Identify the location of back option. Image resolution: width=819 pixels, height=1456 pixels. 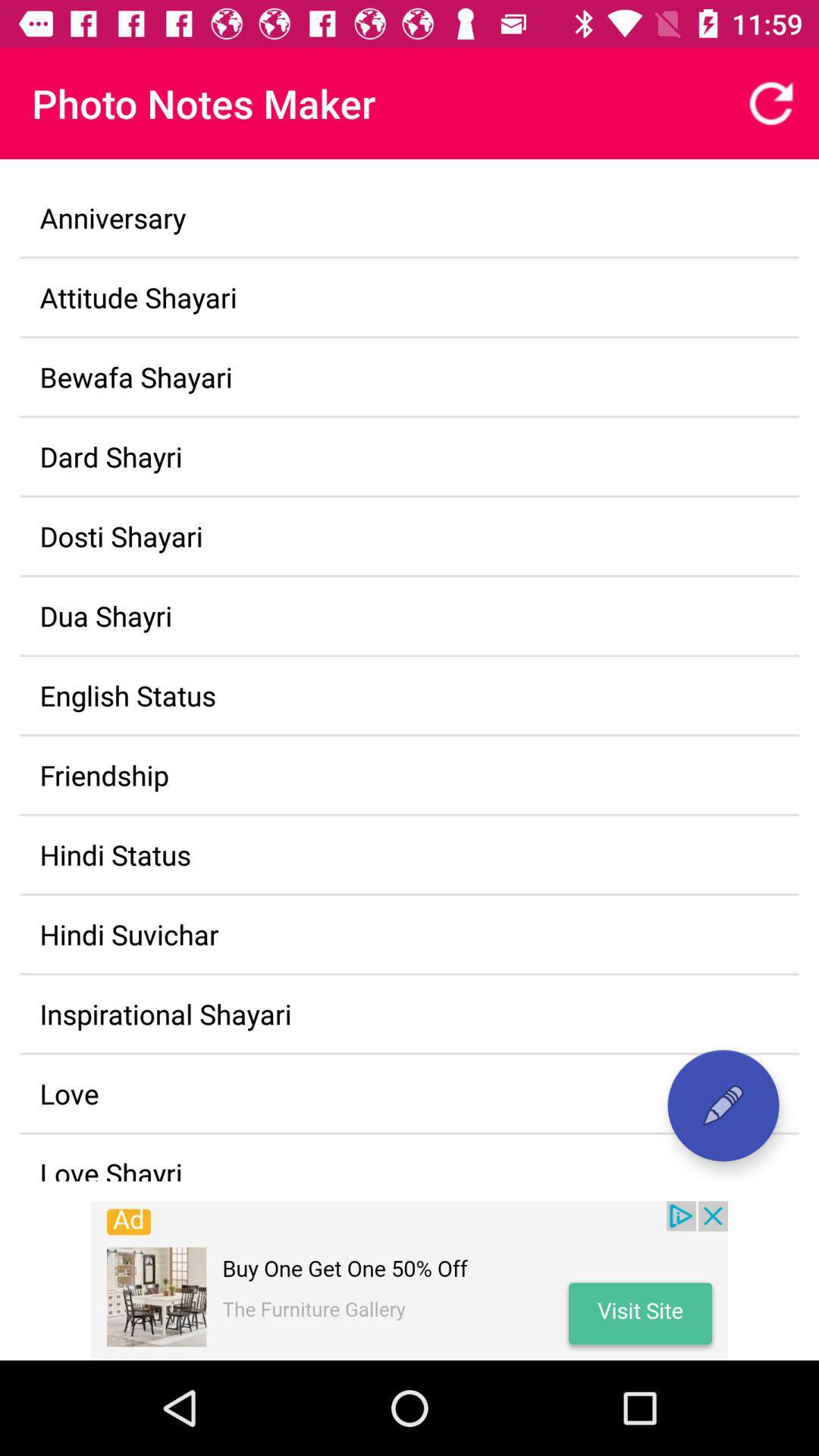
(771, 102).